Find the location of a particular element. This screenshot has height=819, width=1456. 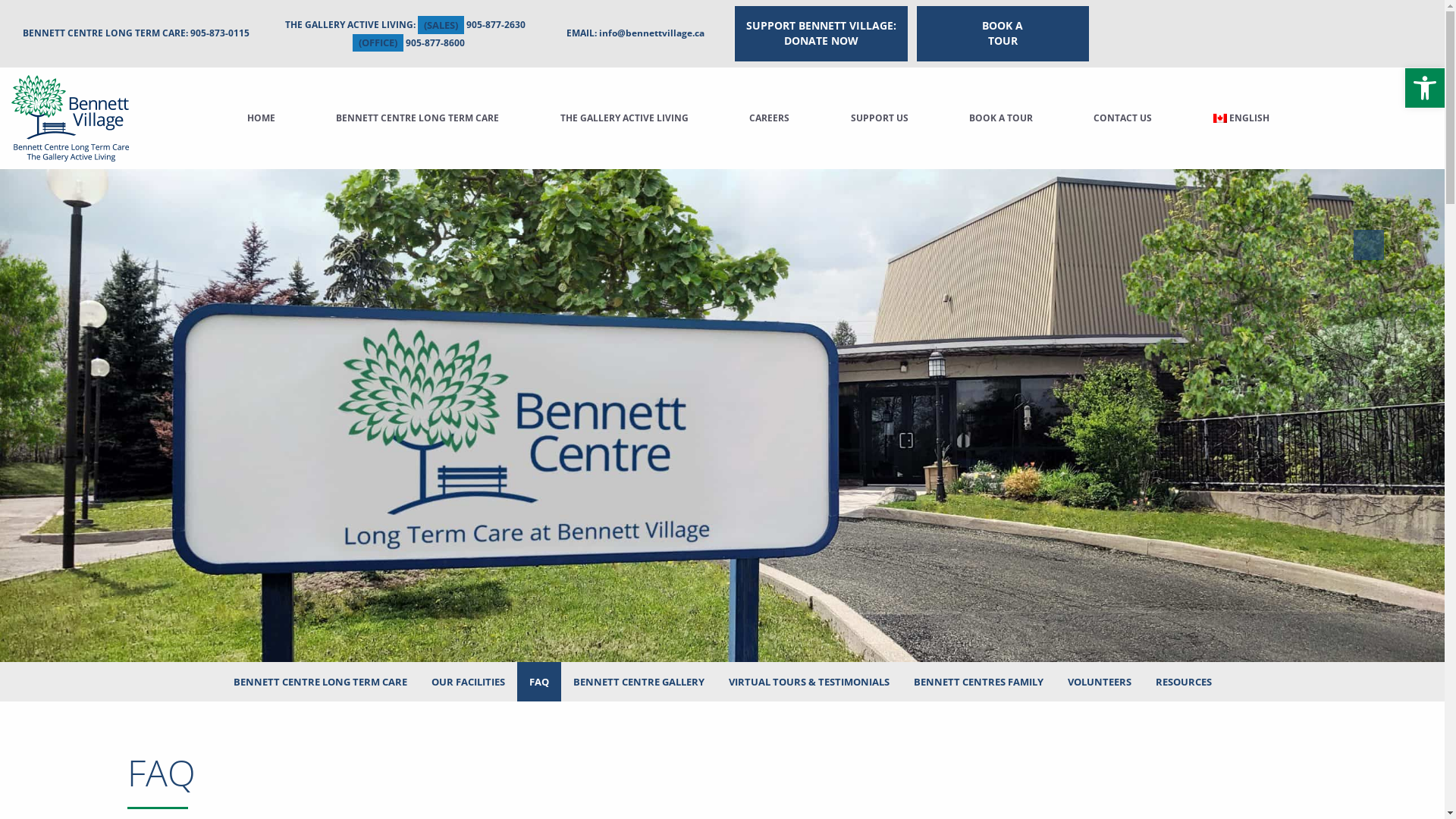

'RESOURCES' is located at coordinates (1182, 680).